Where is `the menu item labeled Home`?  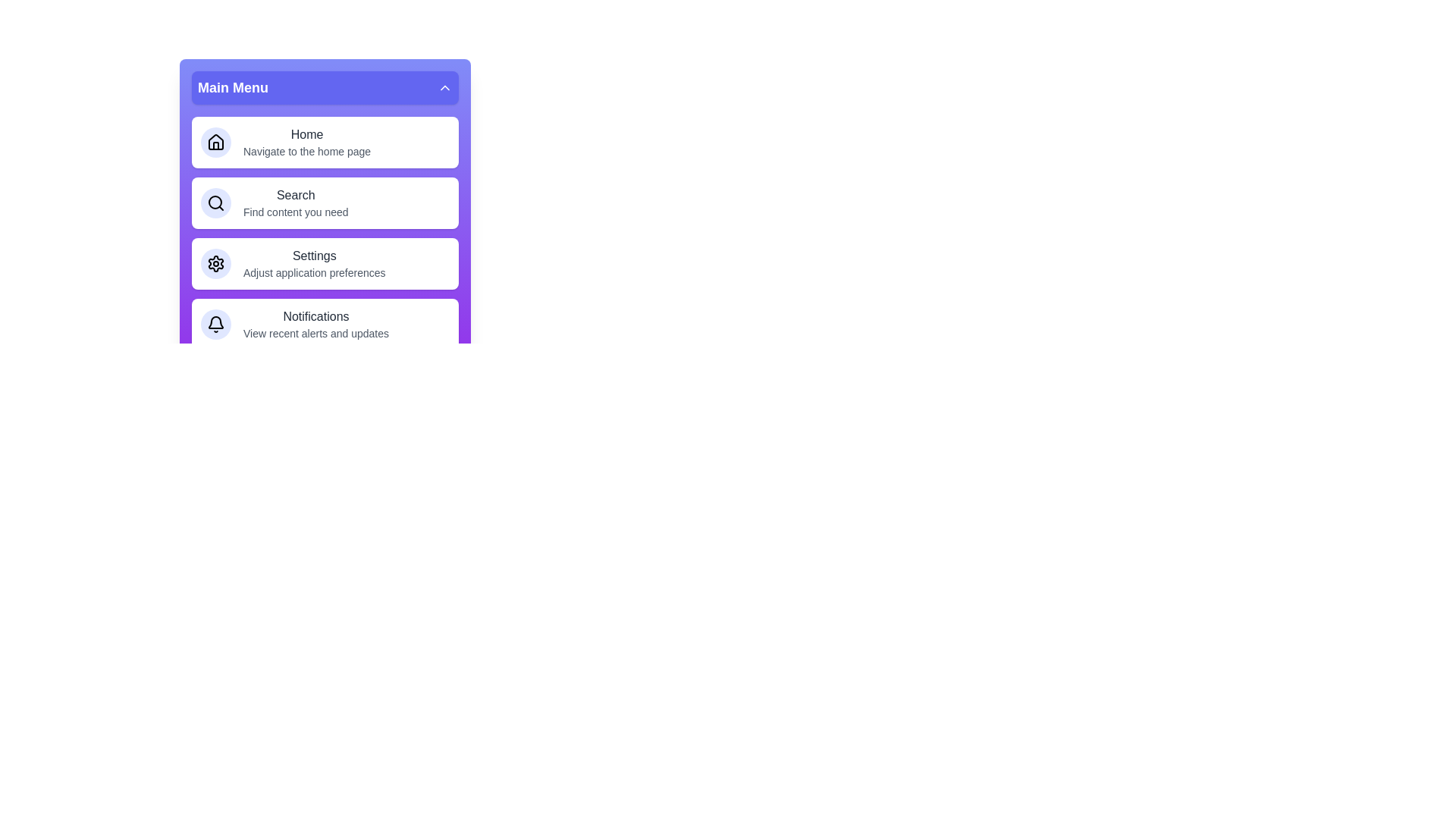 the menu item labeled Home is located at coordinates (324, 143).